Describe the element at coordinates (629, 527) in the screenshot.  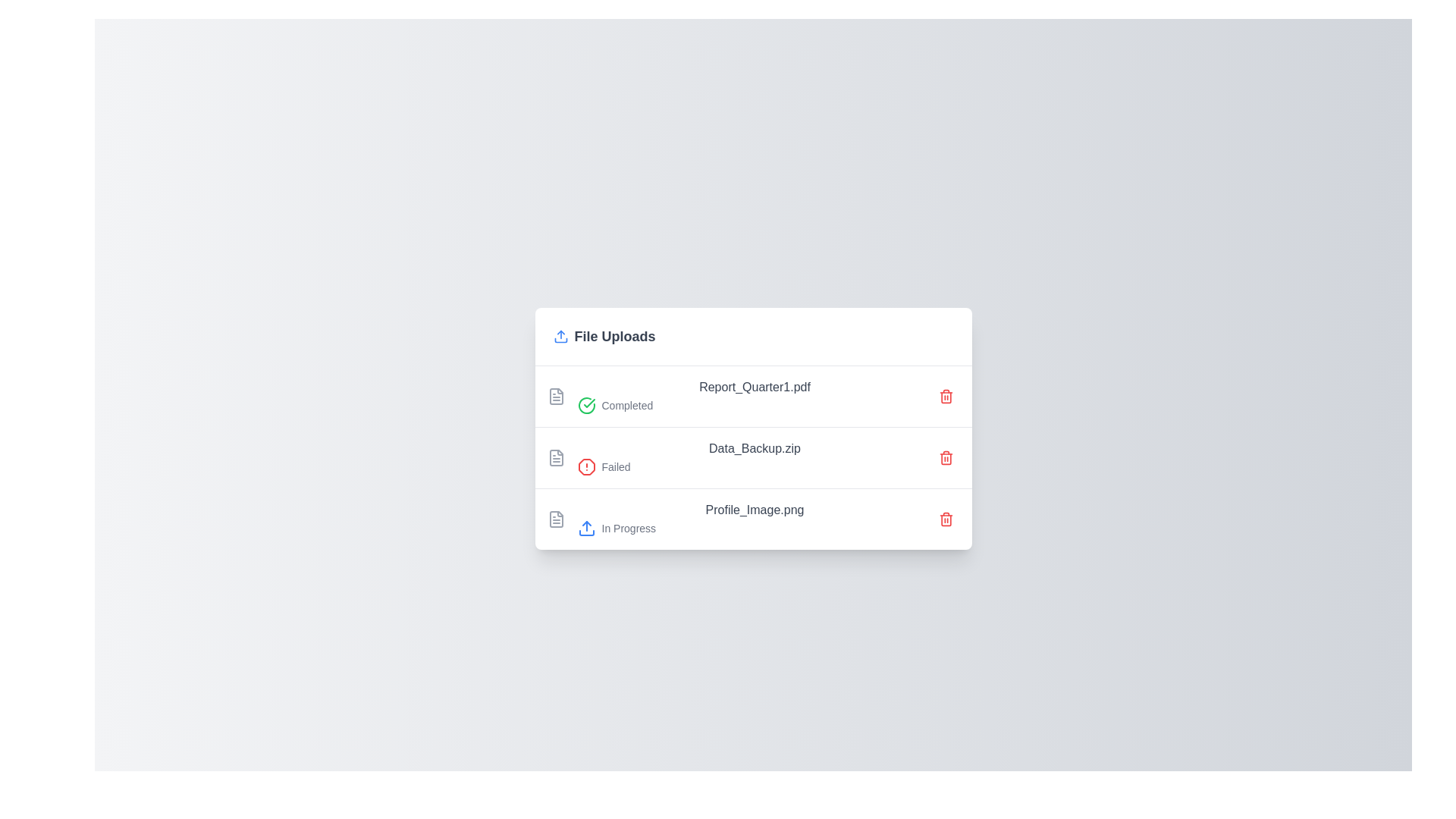
I see `text of the upload status label indicating the ongoing upload process of 'Profile_Image.png' located under the 'File Uploads' section` at that location.